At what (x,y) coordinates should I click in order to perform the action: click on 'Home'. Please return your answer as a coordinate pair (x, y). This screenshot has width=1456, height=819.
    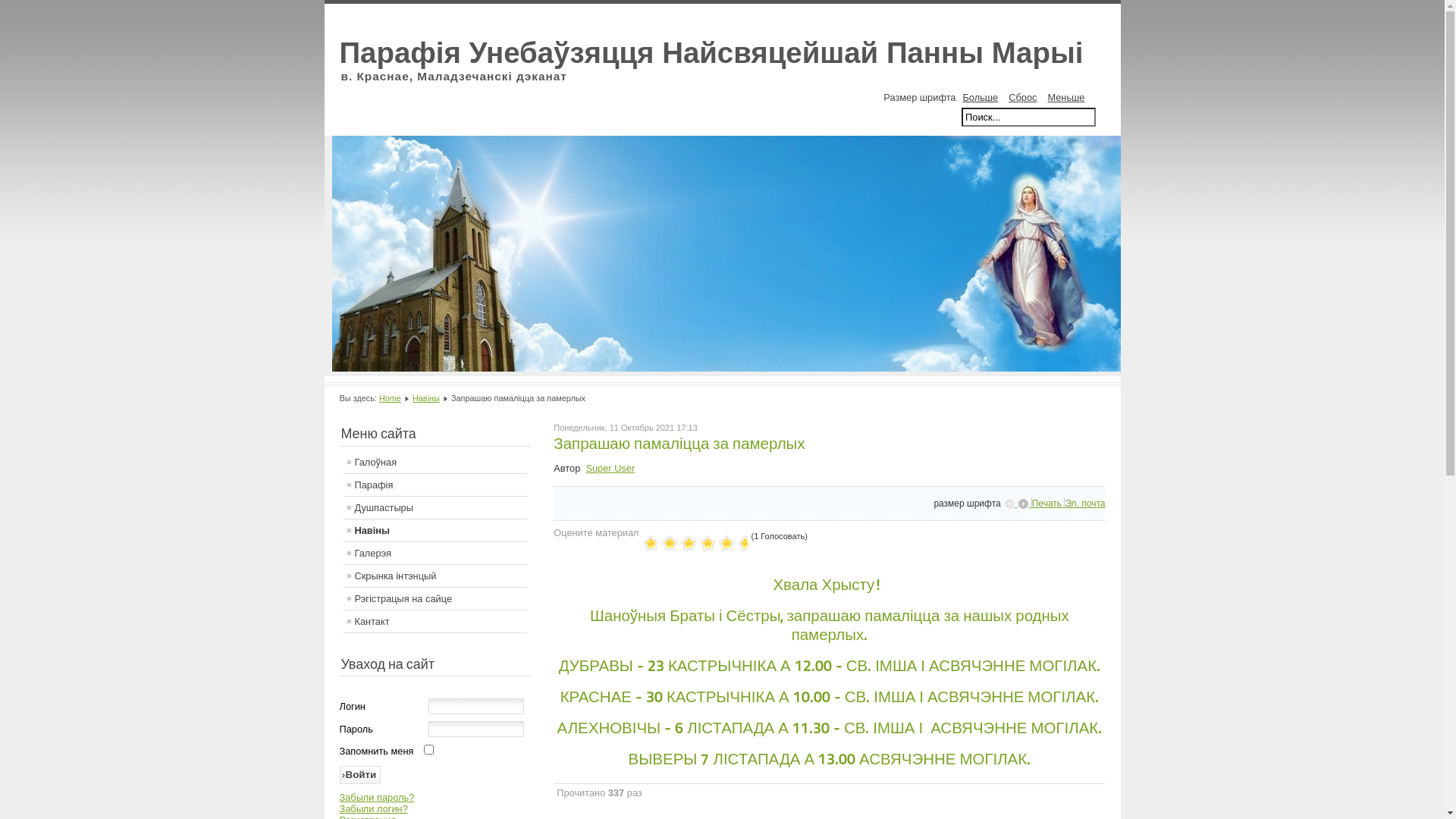
    Looking at the image, I should click on (390, 397).